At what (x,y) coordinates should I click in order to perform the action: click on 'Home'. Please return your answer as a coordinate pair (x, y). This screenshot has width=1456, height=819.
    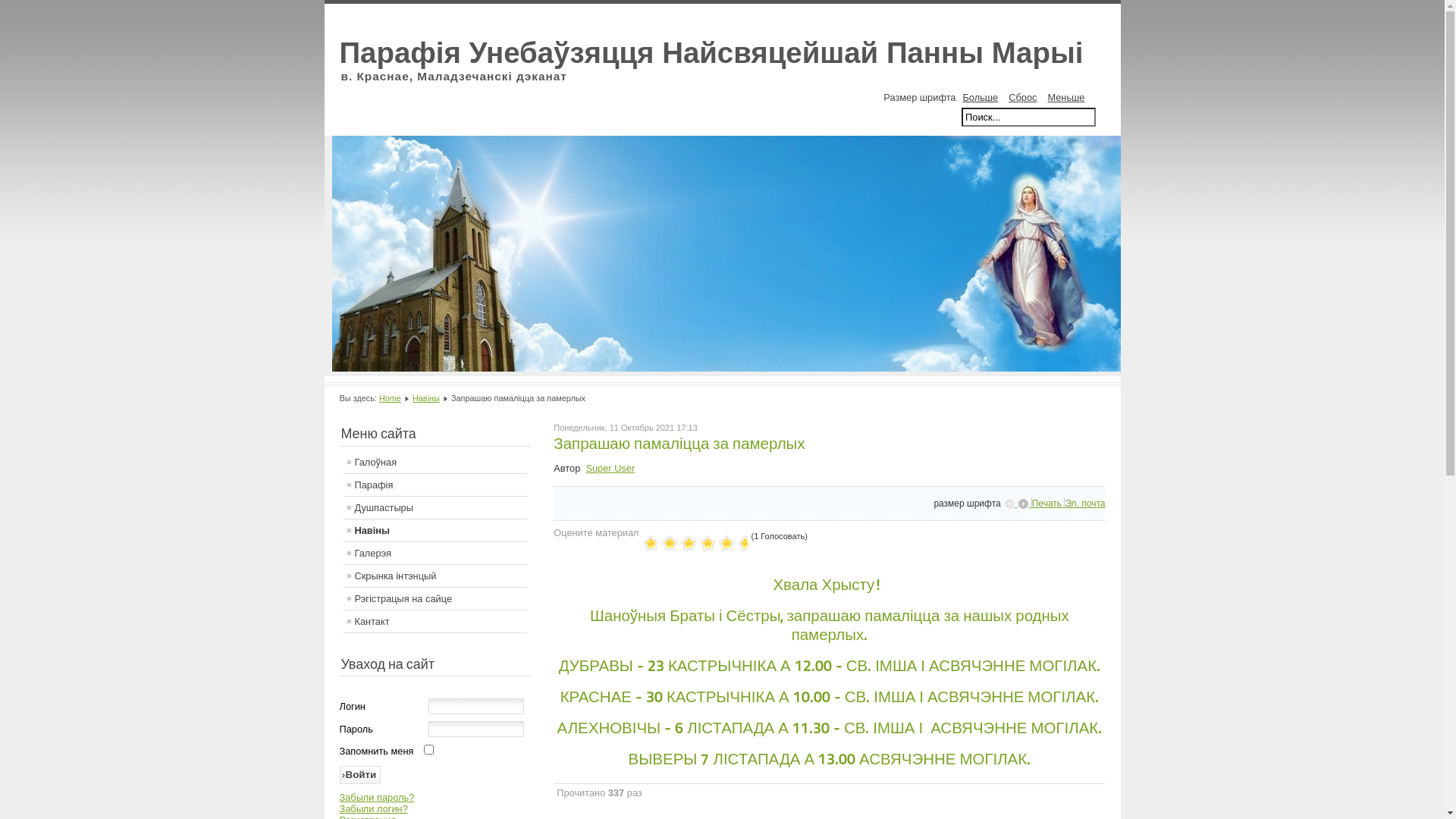
    Looking at the image, I should click on (390, 397).